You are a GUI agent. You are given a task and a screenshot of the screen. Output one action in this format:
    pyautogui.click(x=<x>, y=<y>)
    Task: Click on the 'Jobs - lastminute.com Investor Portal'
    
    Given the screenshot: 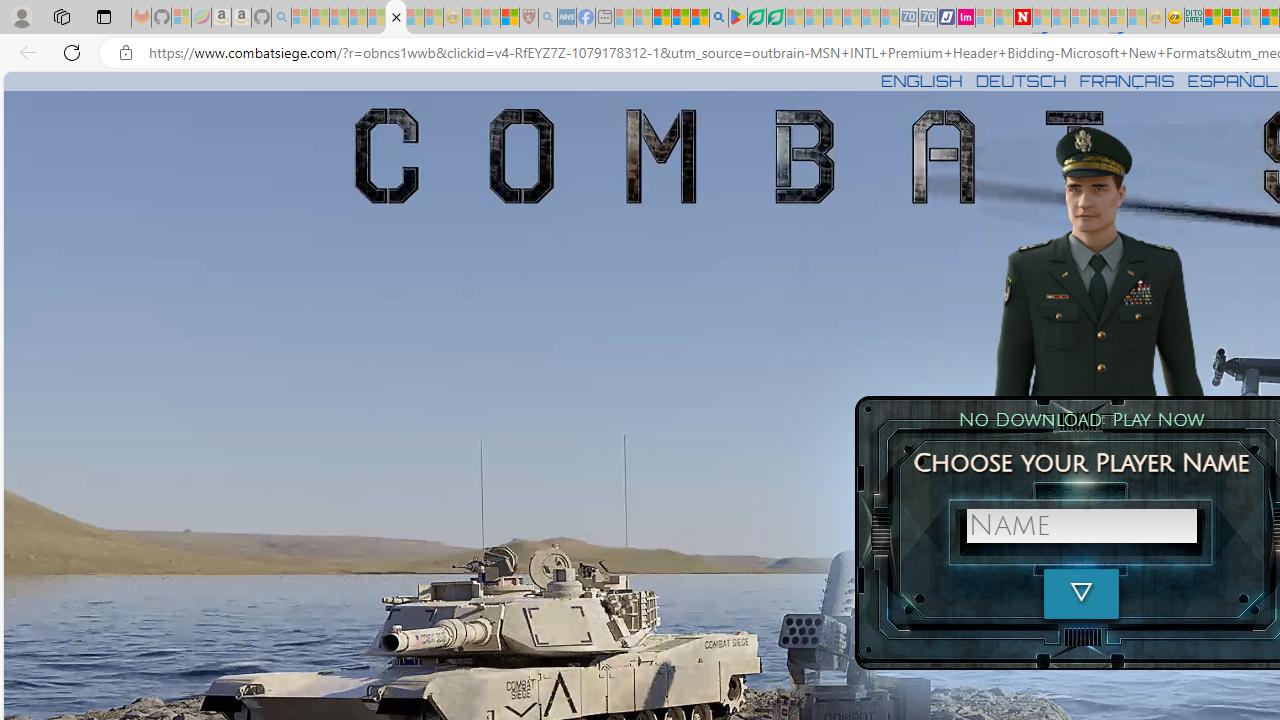 What is the action you would take?
    pyautogui.click(x=966, y=17)
    